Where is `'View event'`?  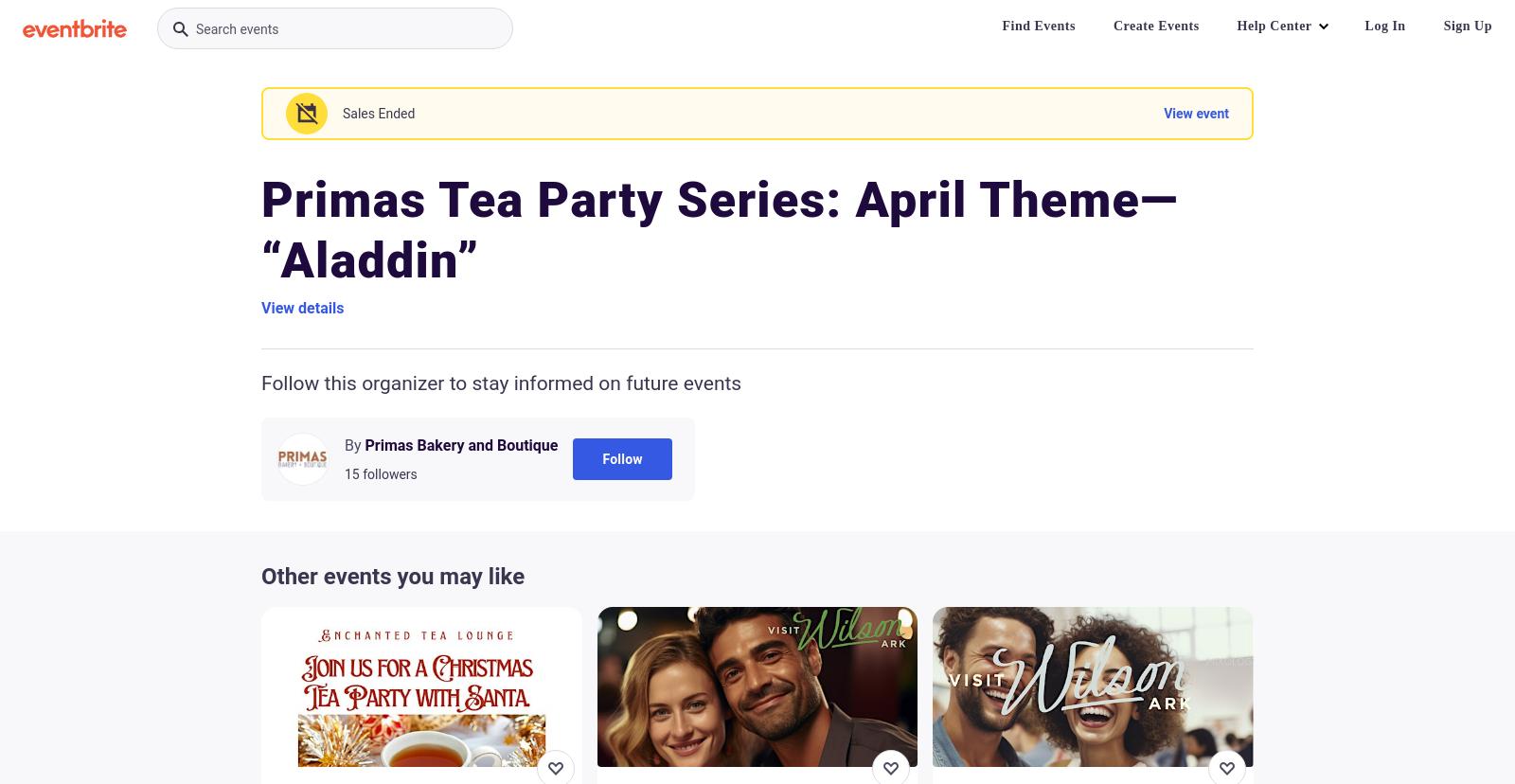 'View event' is located at coordinates (1195, 112).